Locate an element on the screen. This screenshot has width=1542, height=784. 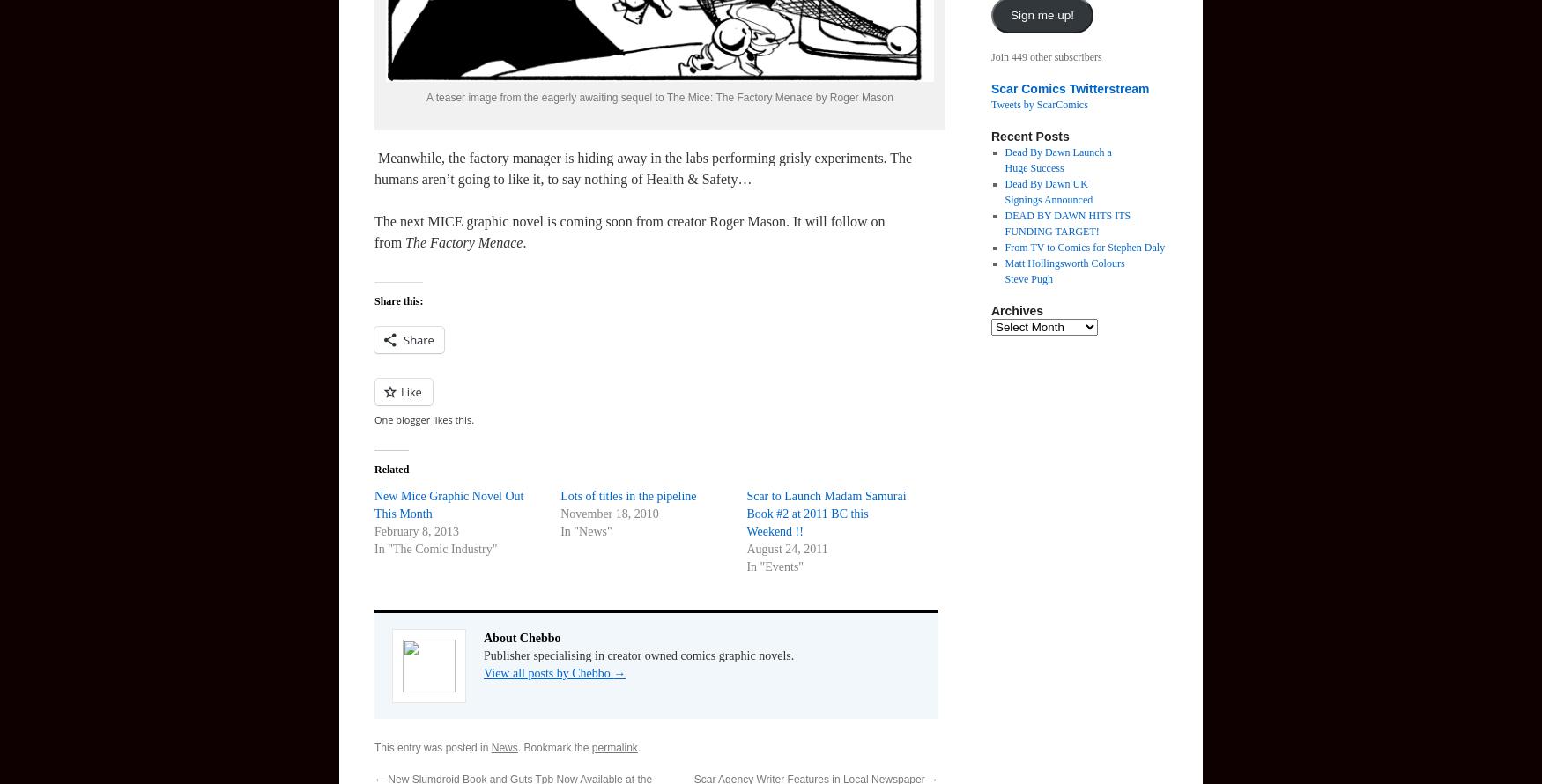
'Meanwhile, the factory manager is hiding away in the labs performing grisly experiments. The humans aren’t going to like it, to say nothing of Health & Safety…' is located at coordinates (642, 168).